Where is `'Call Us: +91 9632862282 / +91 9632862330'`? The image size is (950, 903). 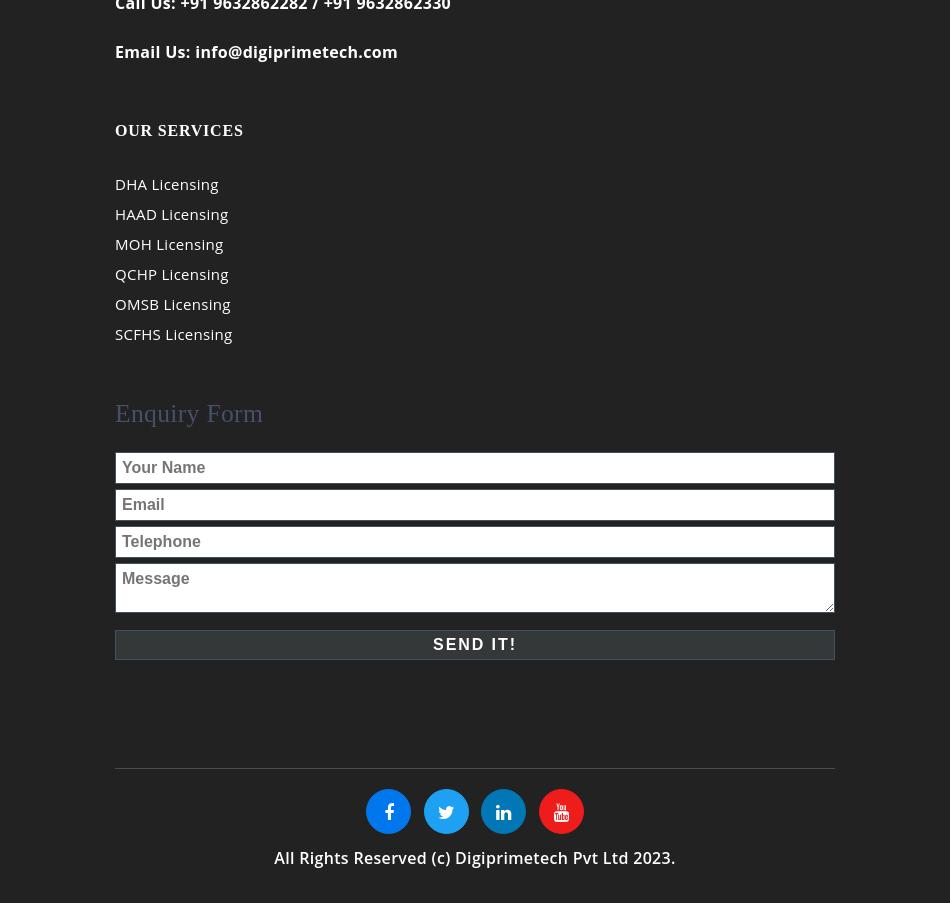 'Call Us: +91 9632862282 / +91 9632862330' is located at coordinates (282, 14).